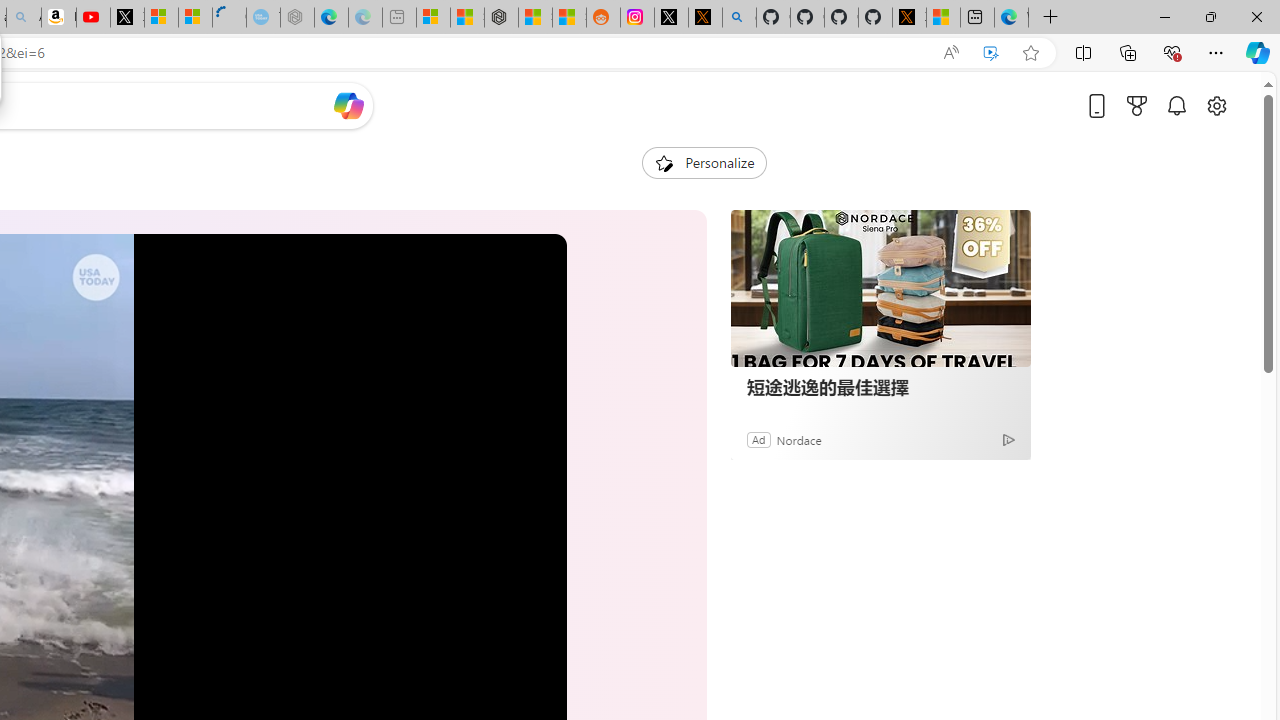 The height and width of the screenshot is (720, 1280). I want to click on 'X Privacy Policy', so click(908, 17).